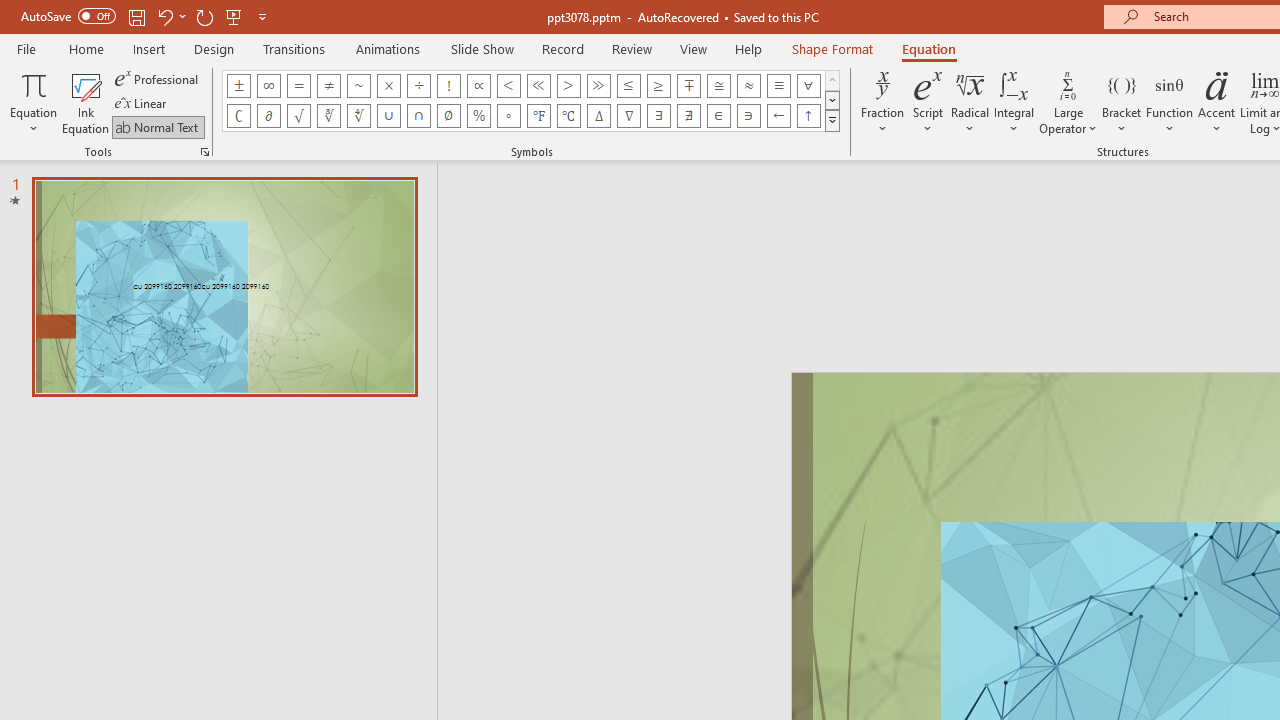  Describe the element at coordinates (359, 115) in the screenshot. I see `'Equation Symbol Fourth Root'` at that location.